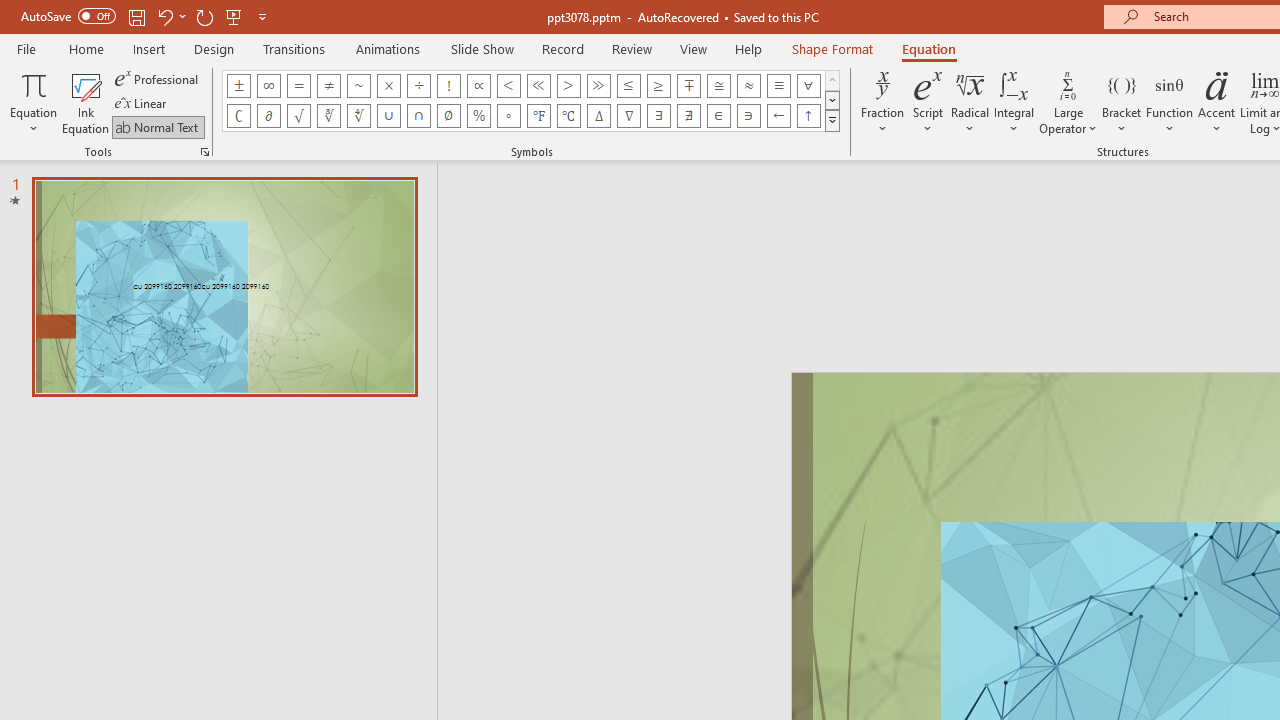  Describe the element at coordinates (359, 115) in the screenshot. I see `'Equation Symbol Fourth Root'` at that location.